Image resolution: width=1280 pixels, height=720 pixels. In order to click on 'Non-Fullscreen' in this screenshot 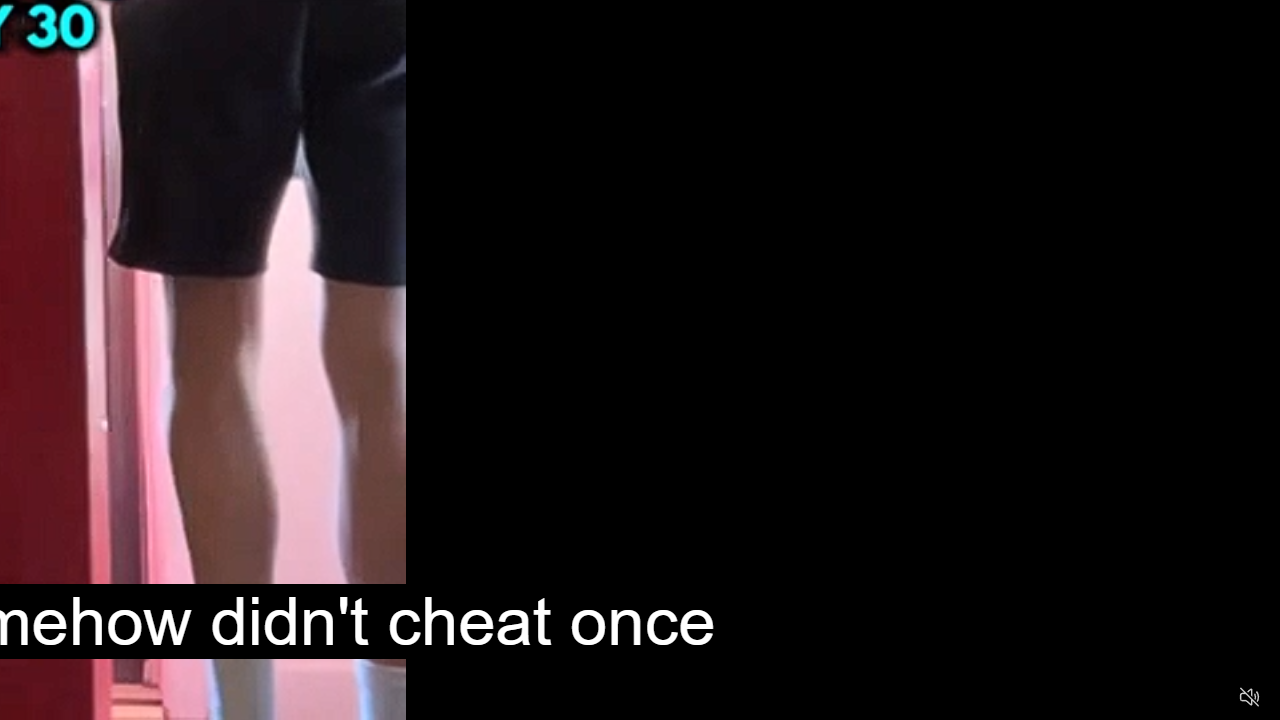, I will do `click(1210, 696)`.